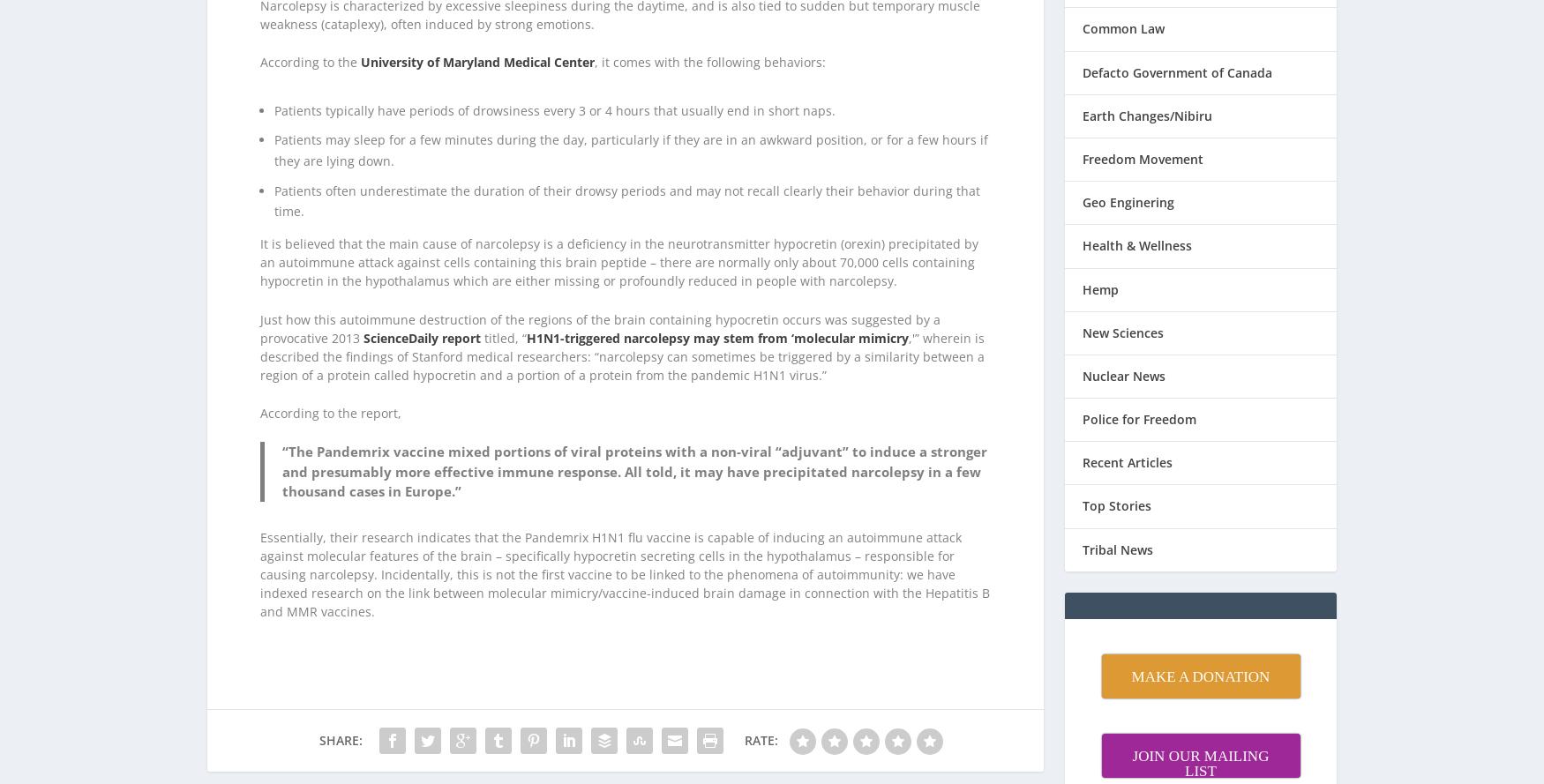 This screenshot has height=784, width=1544. I want to click on 'According to the', so click(259, 40).